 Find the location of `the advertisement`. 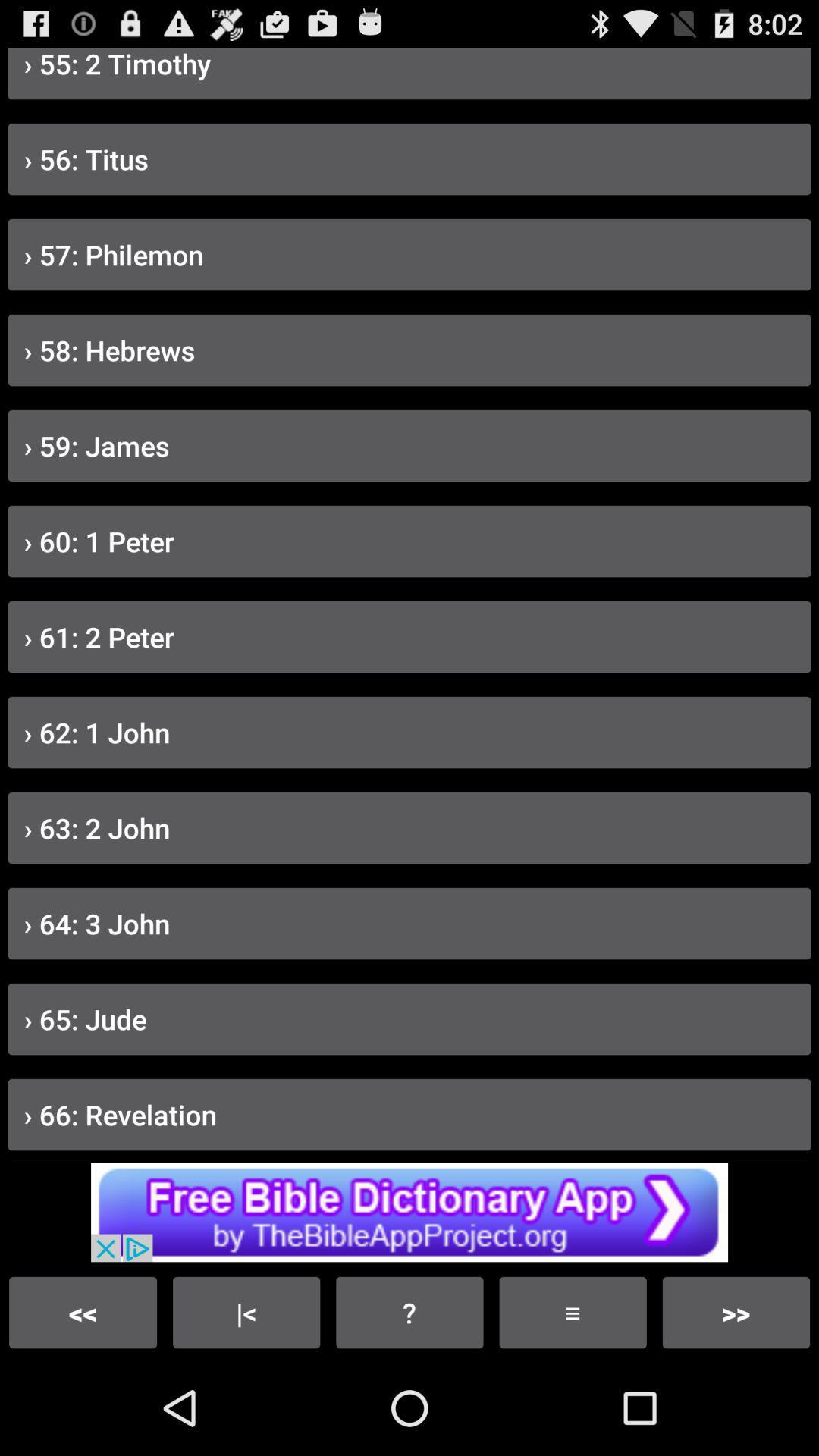

the advertisement is located at coordinates (409, 1211).